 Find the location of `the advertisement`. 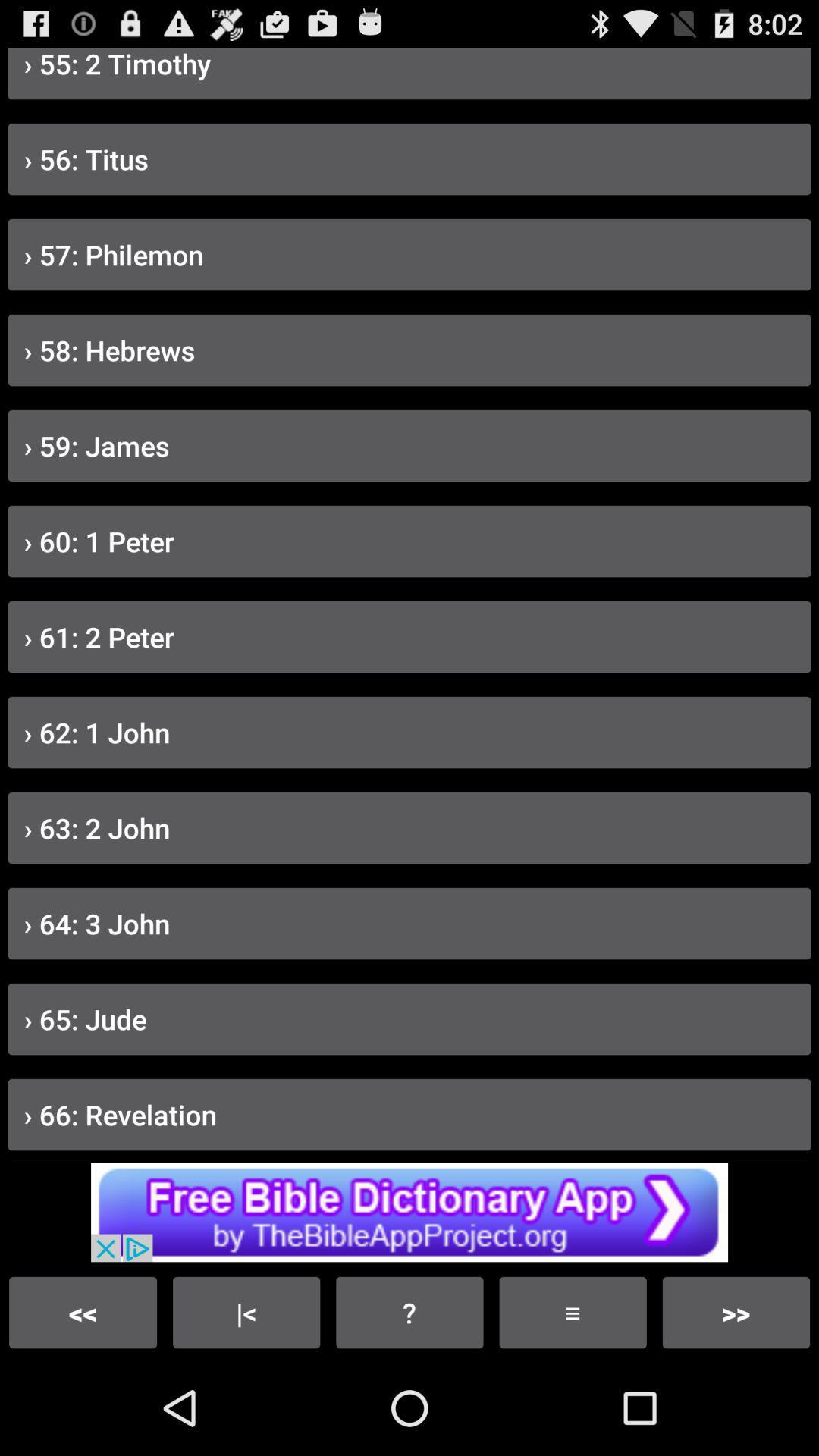

the advertisement is located at coordinates (409, 1211).